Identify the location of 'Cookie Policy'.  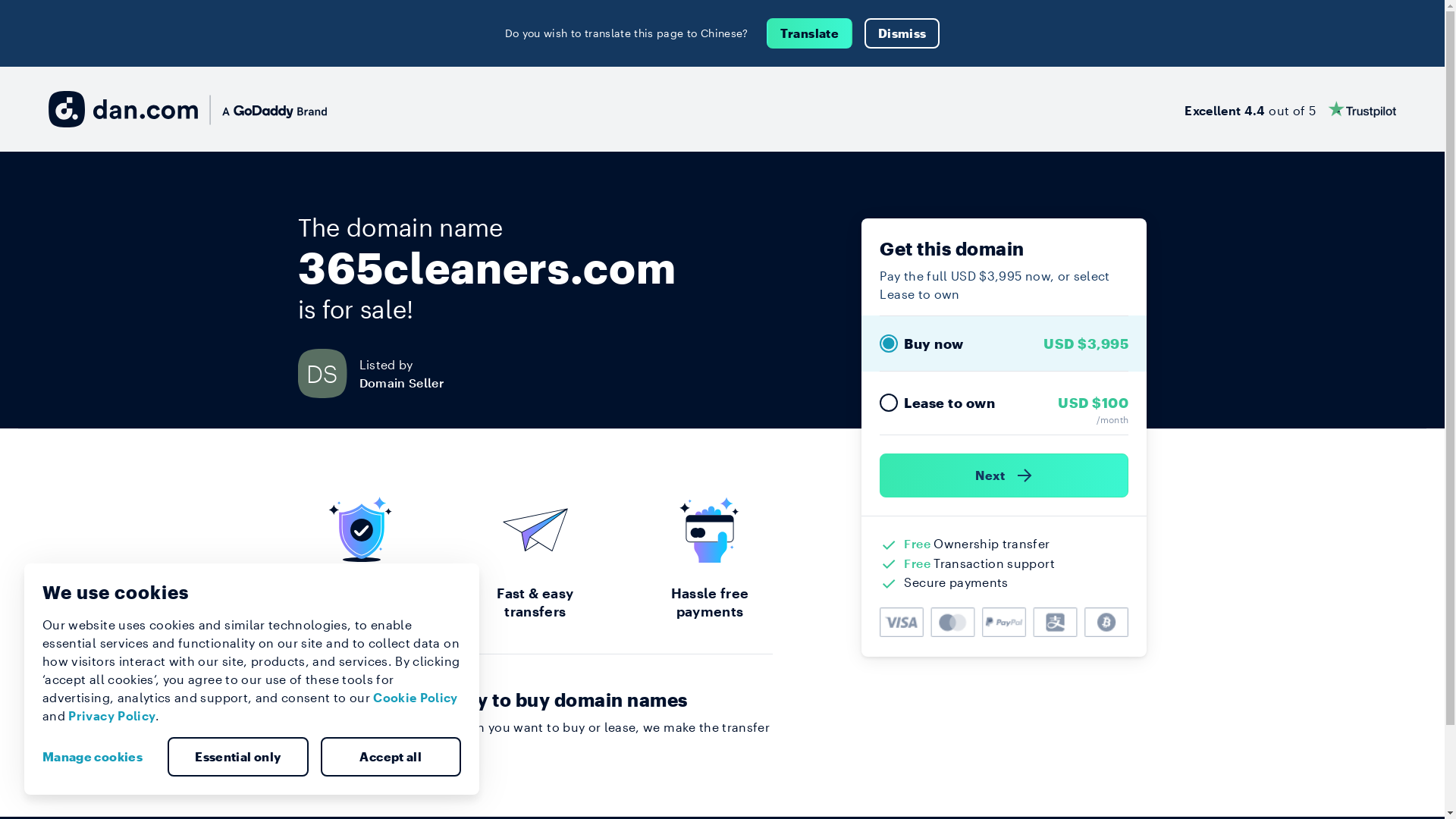
(415, 697).